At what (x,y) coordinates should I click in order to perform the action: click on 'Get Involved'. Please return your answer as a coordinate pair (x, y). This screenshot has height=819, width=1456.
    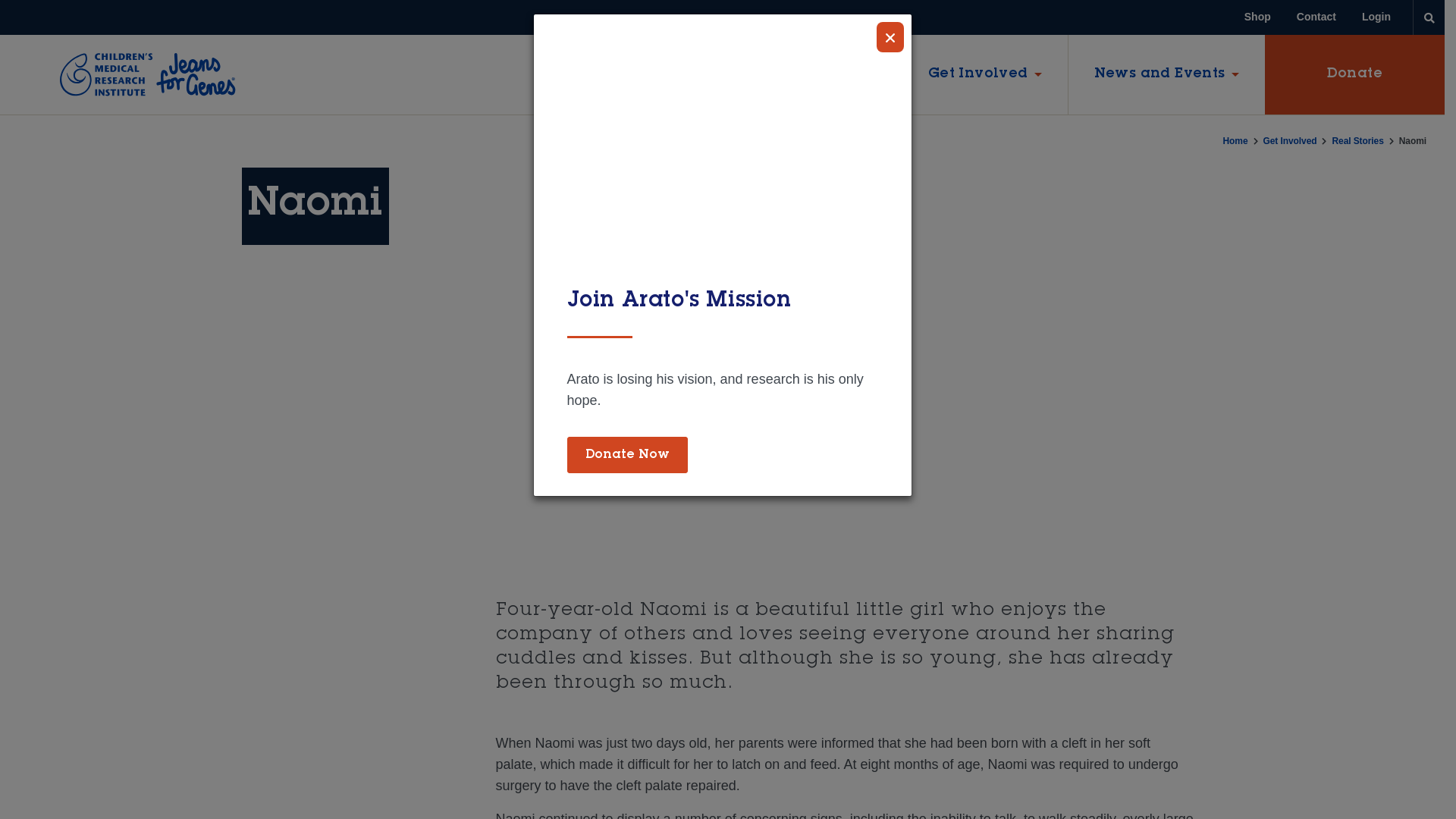
    Looking at the image, I should click on (985, 74).